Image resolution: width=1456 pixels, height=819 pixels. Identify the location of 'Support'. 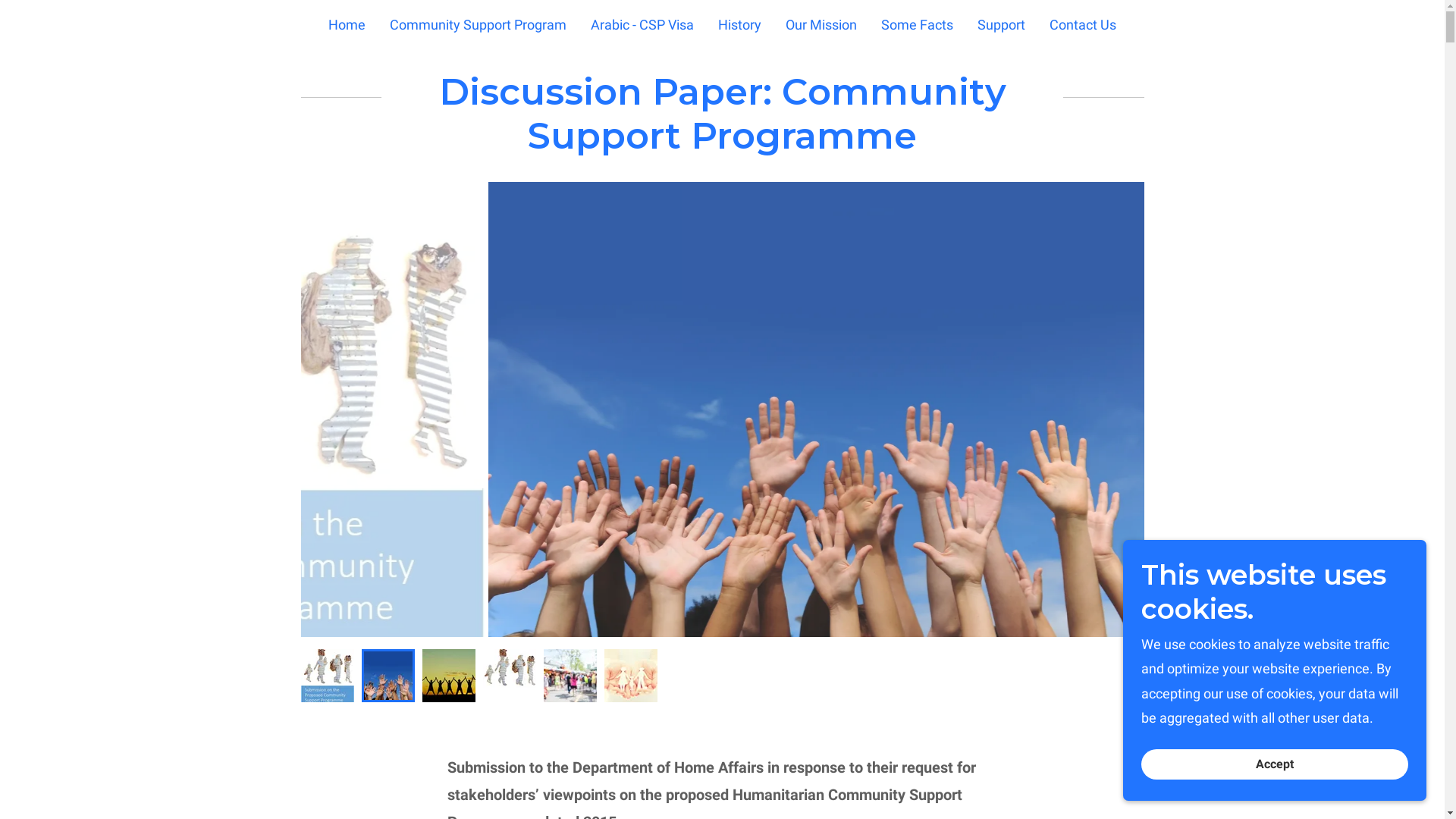
(1001, 24).